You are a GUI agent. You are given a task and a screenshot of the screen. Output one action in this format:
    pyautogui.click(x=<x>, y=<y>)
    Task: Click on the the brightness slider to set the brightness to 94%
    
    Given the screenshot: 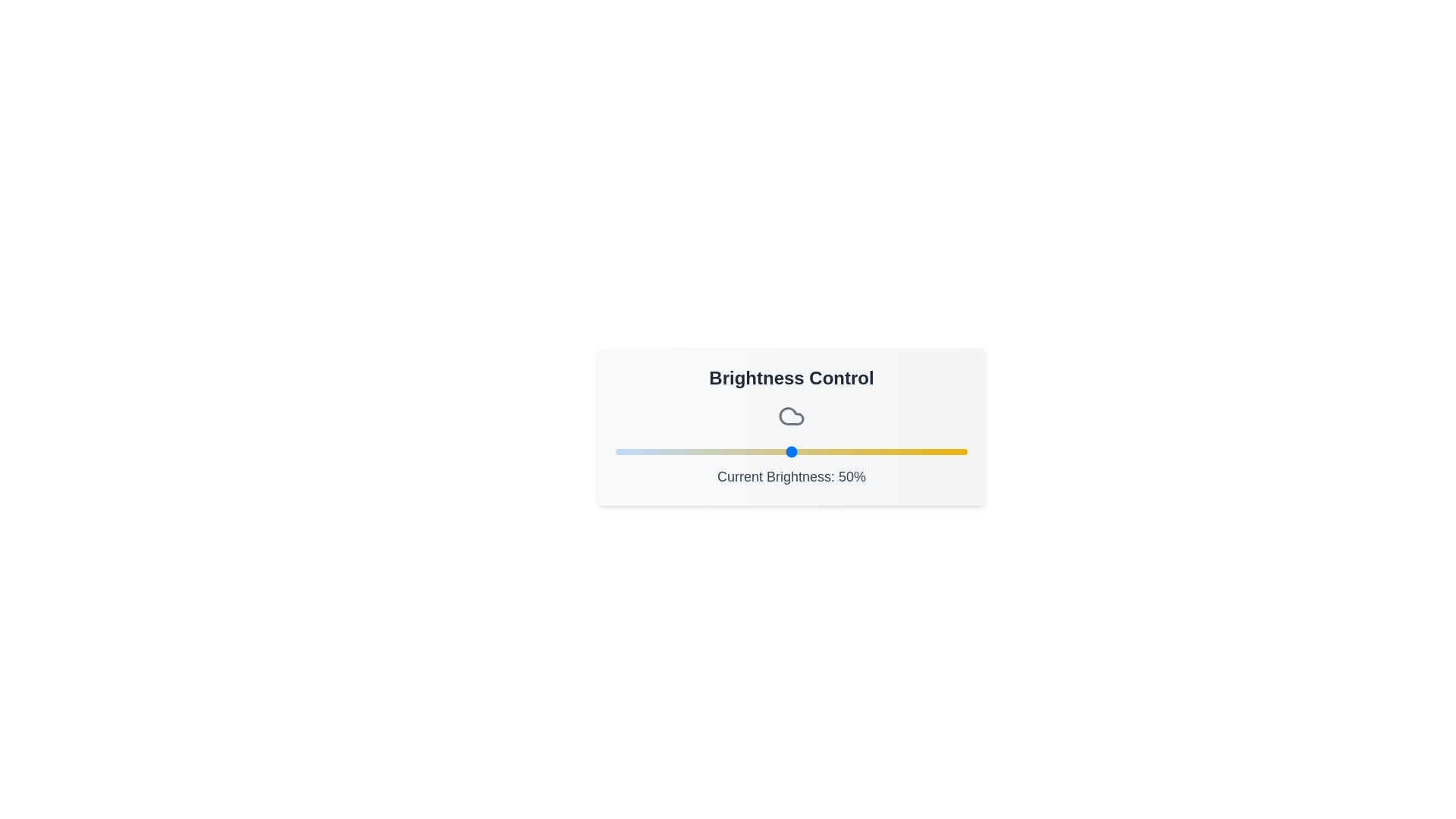 What is the action you would take?
    pyautogui.click(x=946, y=451)
    